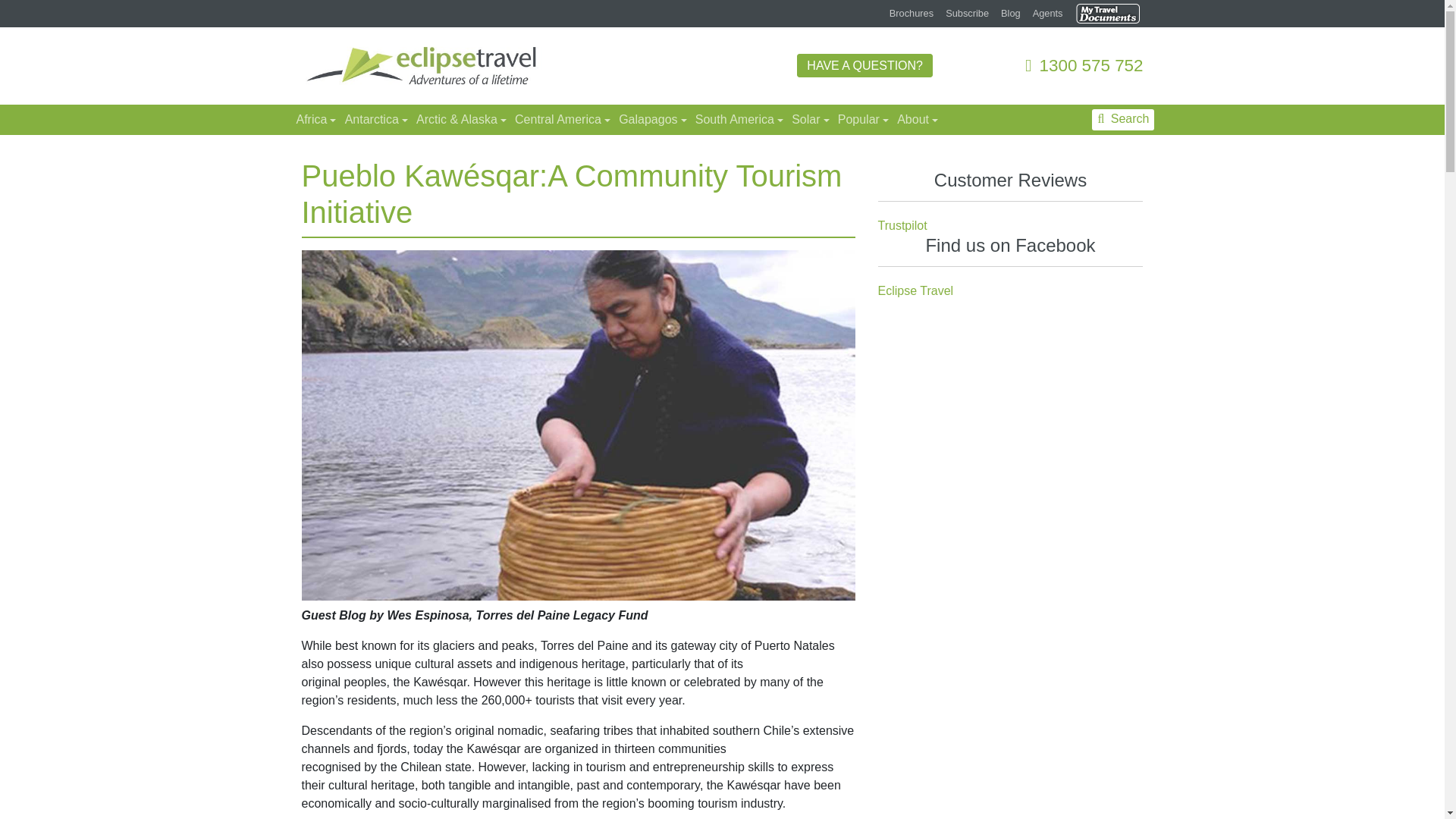  I want to click on 'Search', so click(1123, 119).